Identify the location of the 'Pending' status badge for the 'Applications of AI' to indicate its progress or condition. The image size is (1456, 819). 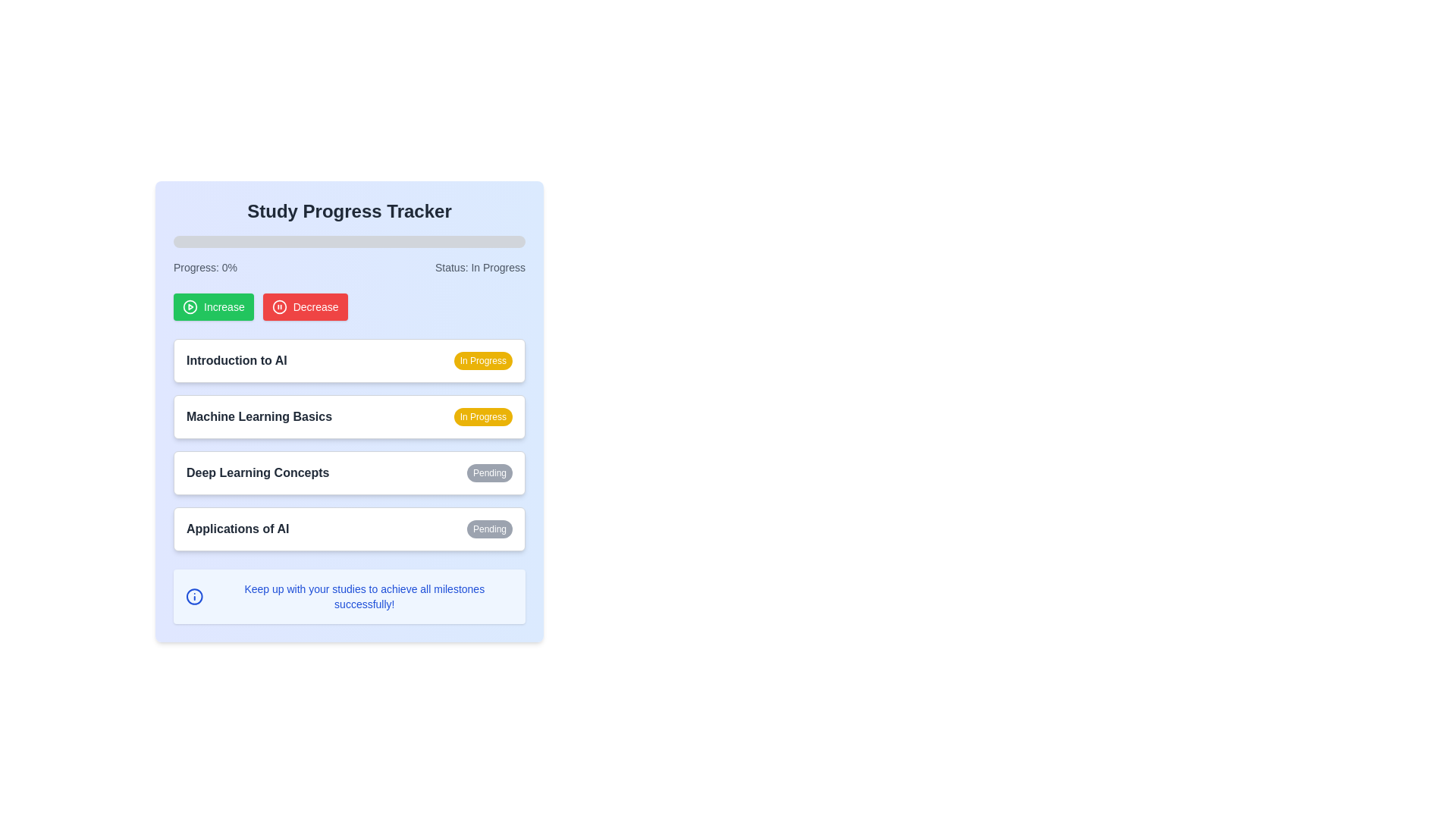
(489, 529).